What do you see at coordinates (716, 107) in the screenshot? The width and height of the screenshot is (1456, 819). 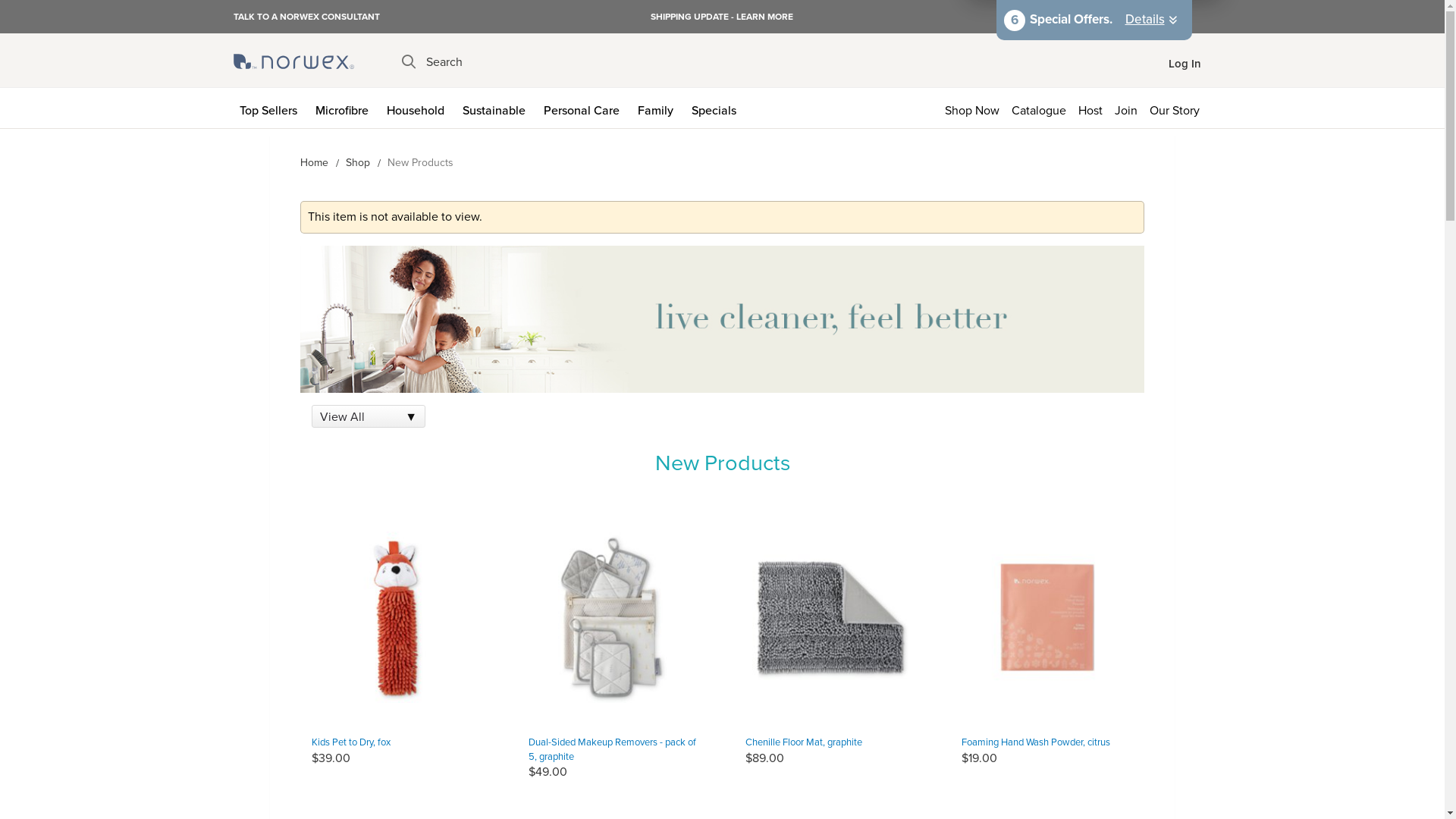 I see `'Specials'` at bounding box center [716, 107].